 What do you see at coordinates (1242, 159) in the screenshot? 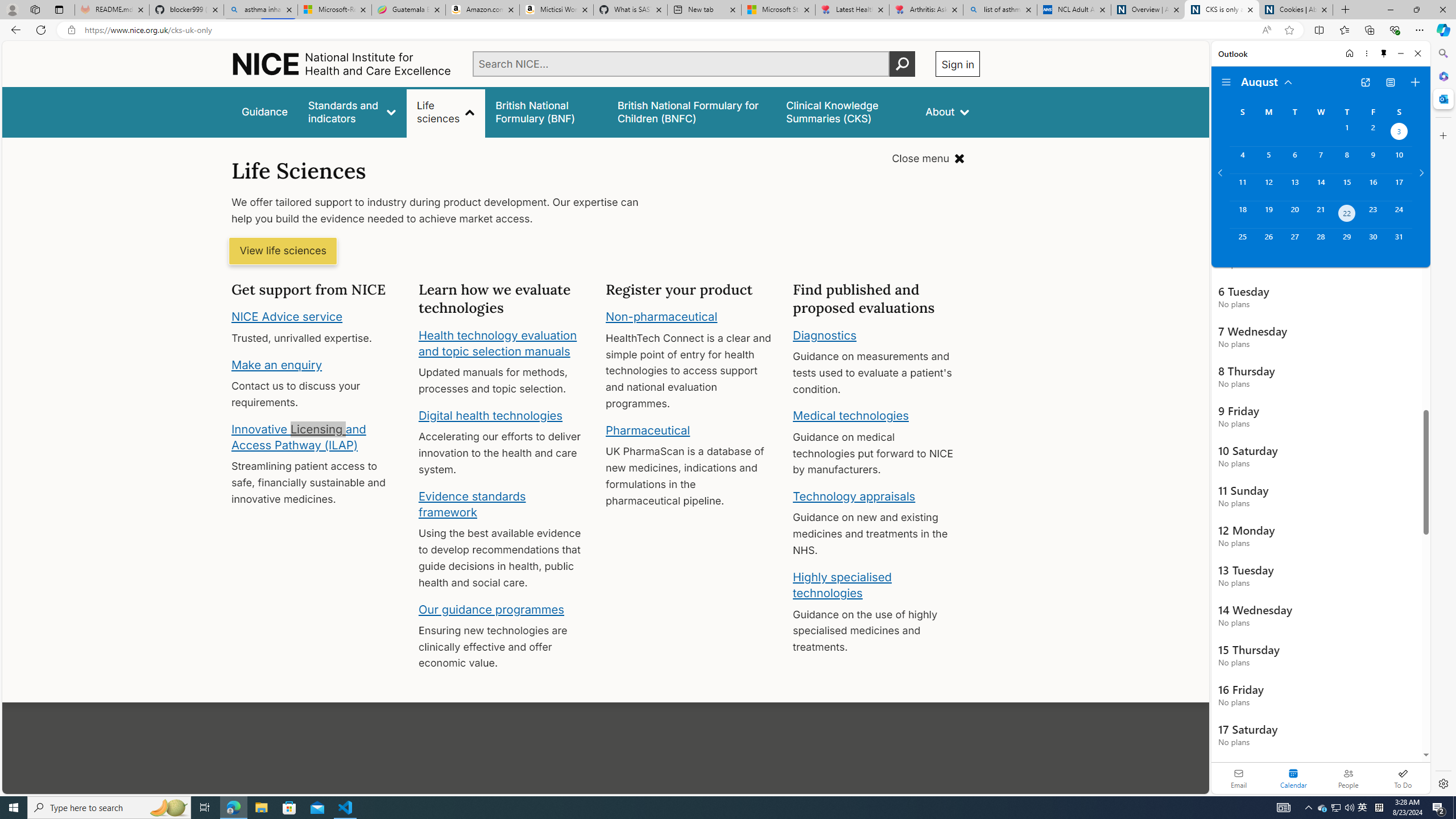
I see `'Sunday, August 4, 2024. '` at bounding box center [1242, 159].